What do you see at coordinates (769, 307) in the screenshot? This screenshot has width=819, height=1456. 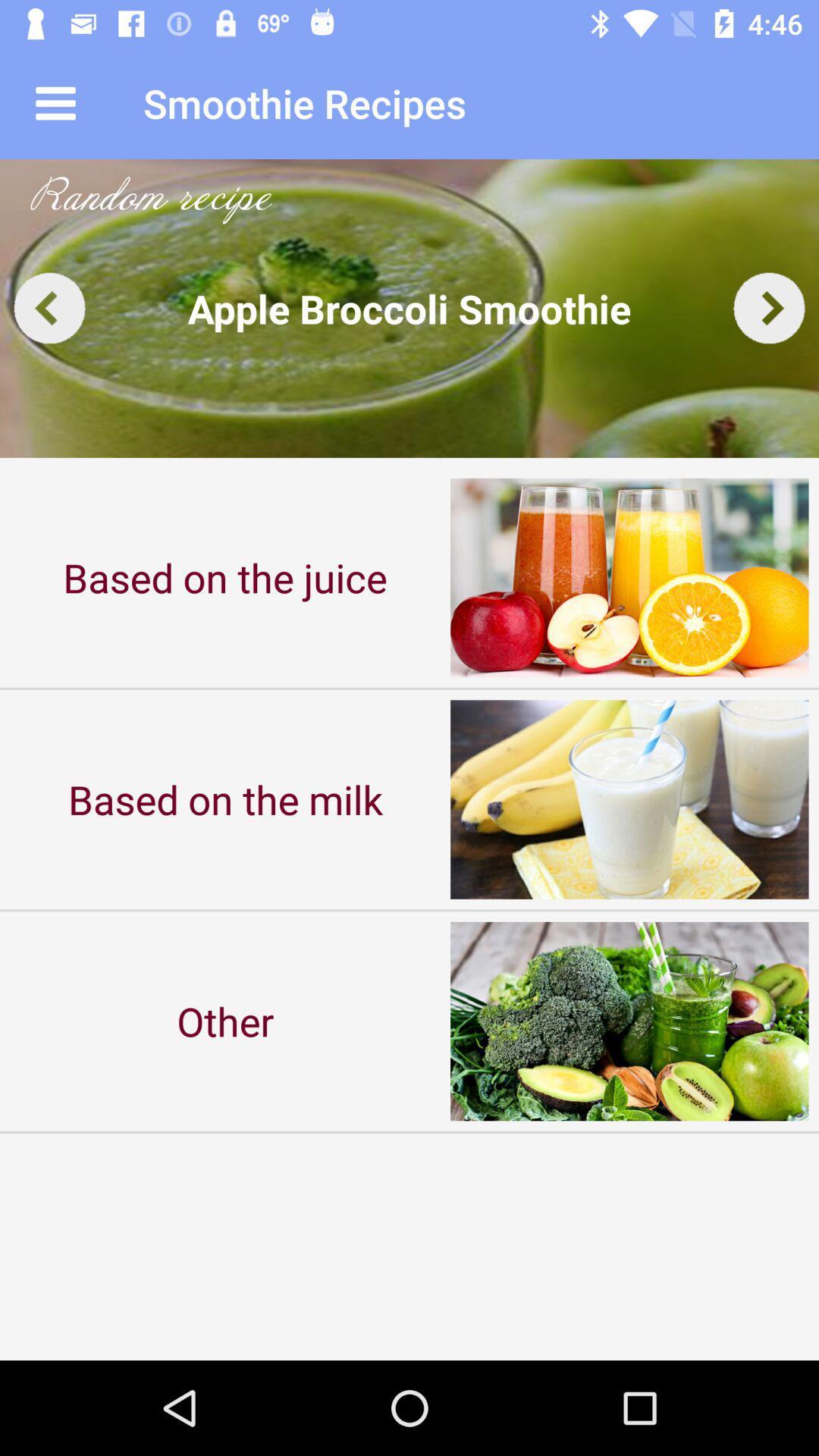 I see `next recipe` at bounding box center [769, 307].